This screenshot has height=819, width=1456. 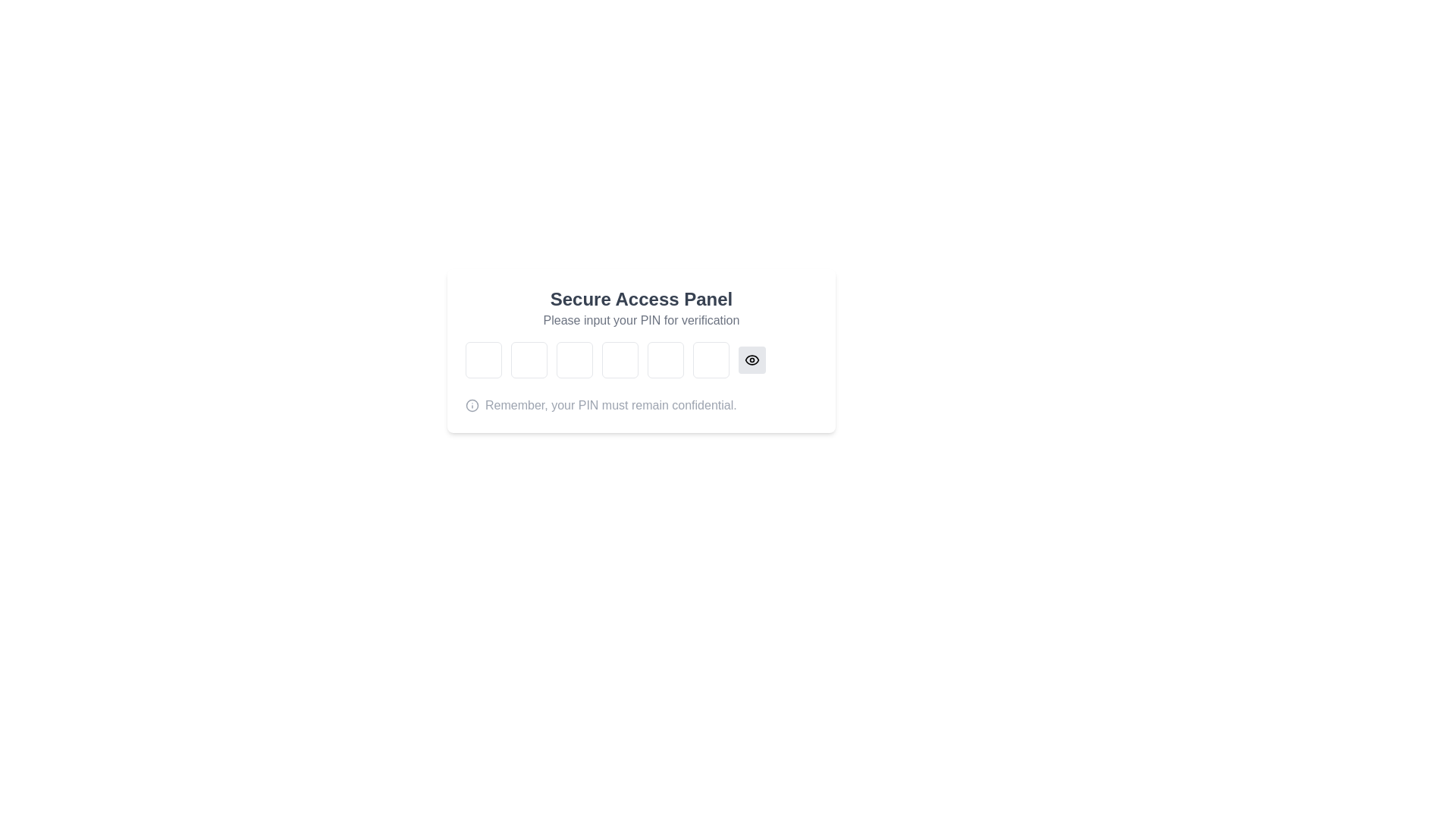 I want to click on the eye-shaped button with a circular pupil, so click(x=752, y=359).